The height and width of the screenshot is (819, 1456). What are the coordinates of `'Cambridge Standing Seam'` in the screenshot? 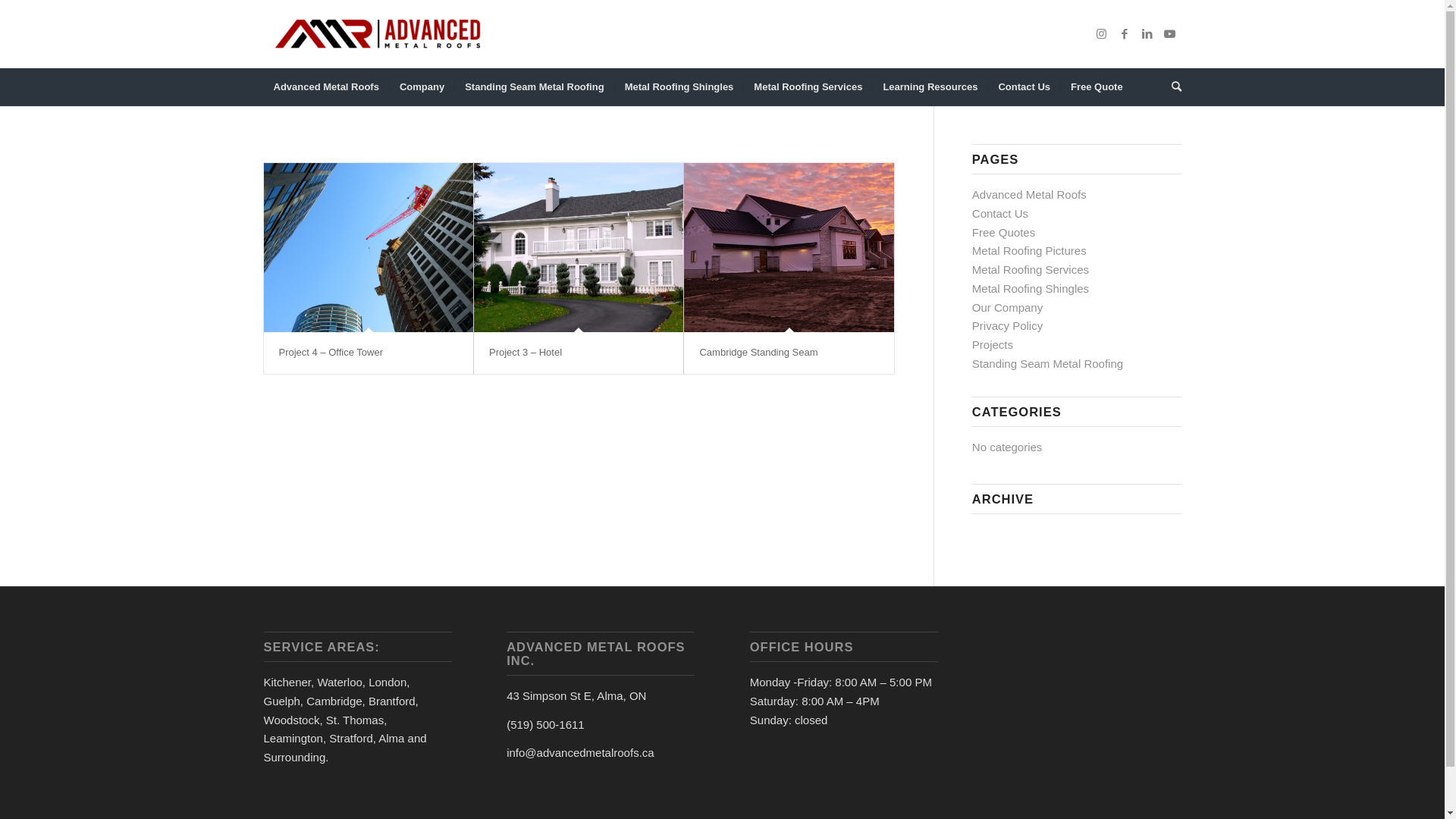 It's located at (758, 352).